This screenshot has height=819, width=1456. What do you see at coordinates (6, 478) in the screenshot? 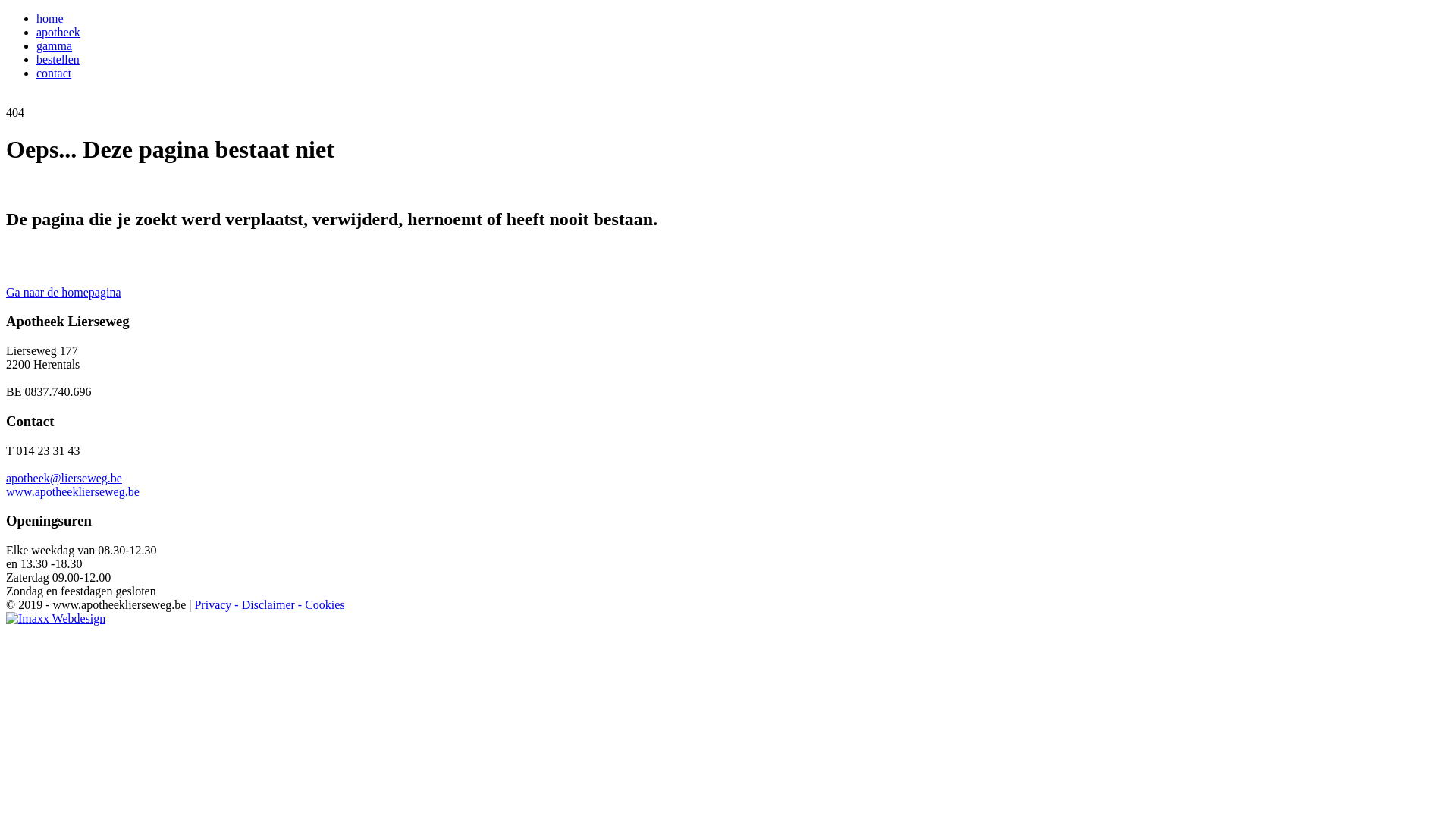
I see `'apotheek@lierseweg.be'` at bounding box center [6, 478].